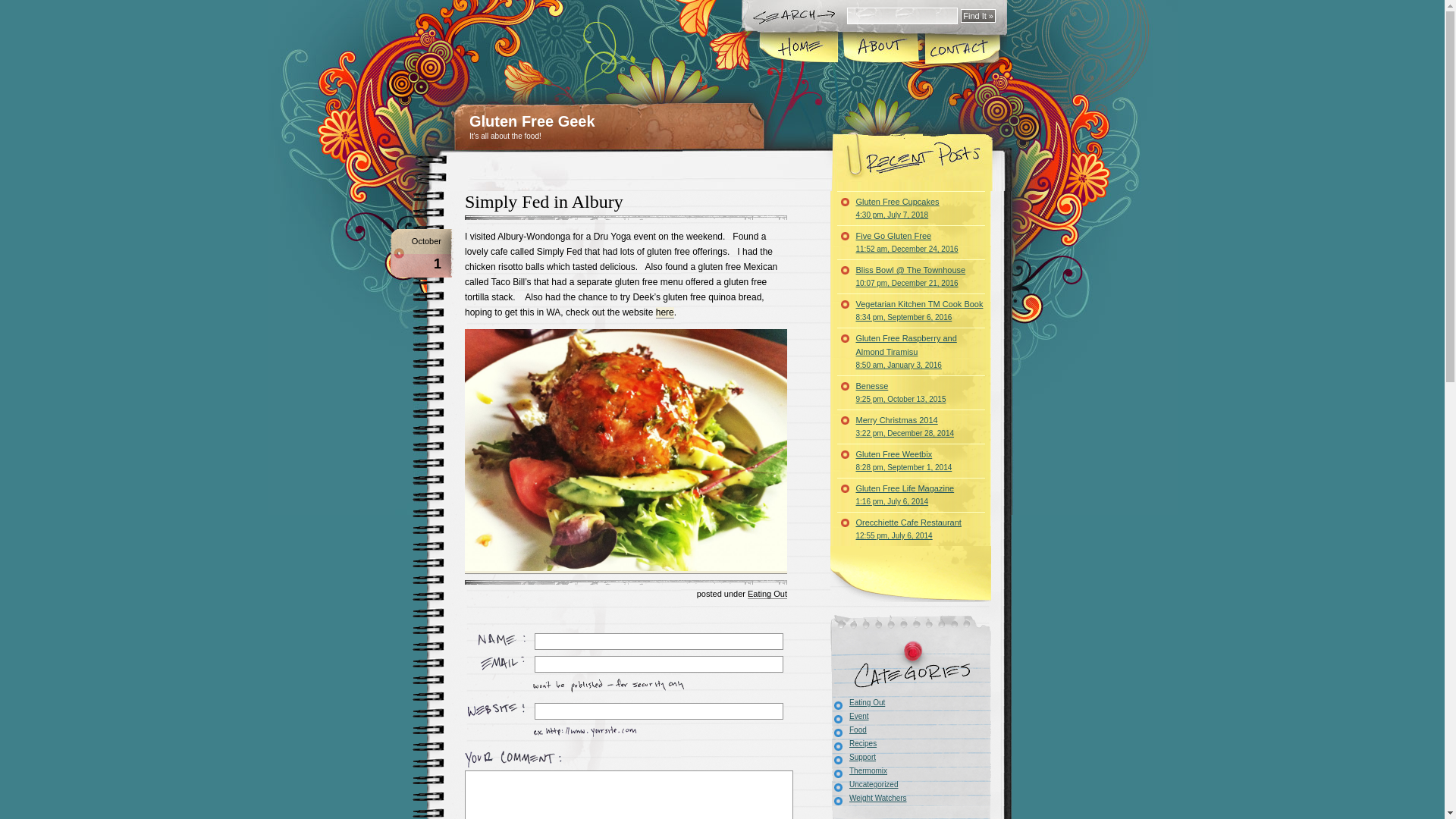  What do you see at coordinates (910, 309) in the screenshot?
I see `'Vegetarian Kitchen TM Cook Book` at bounding box center [910, 309].